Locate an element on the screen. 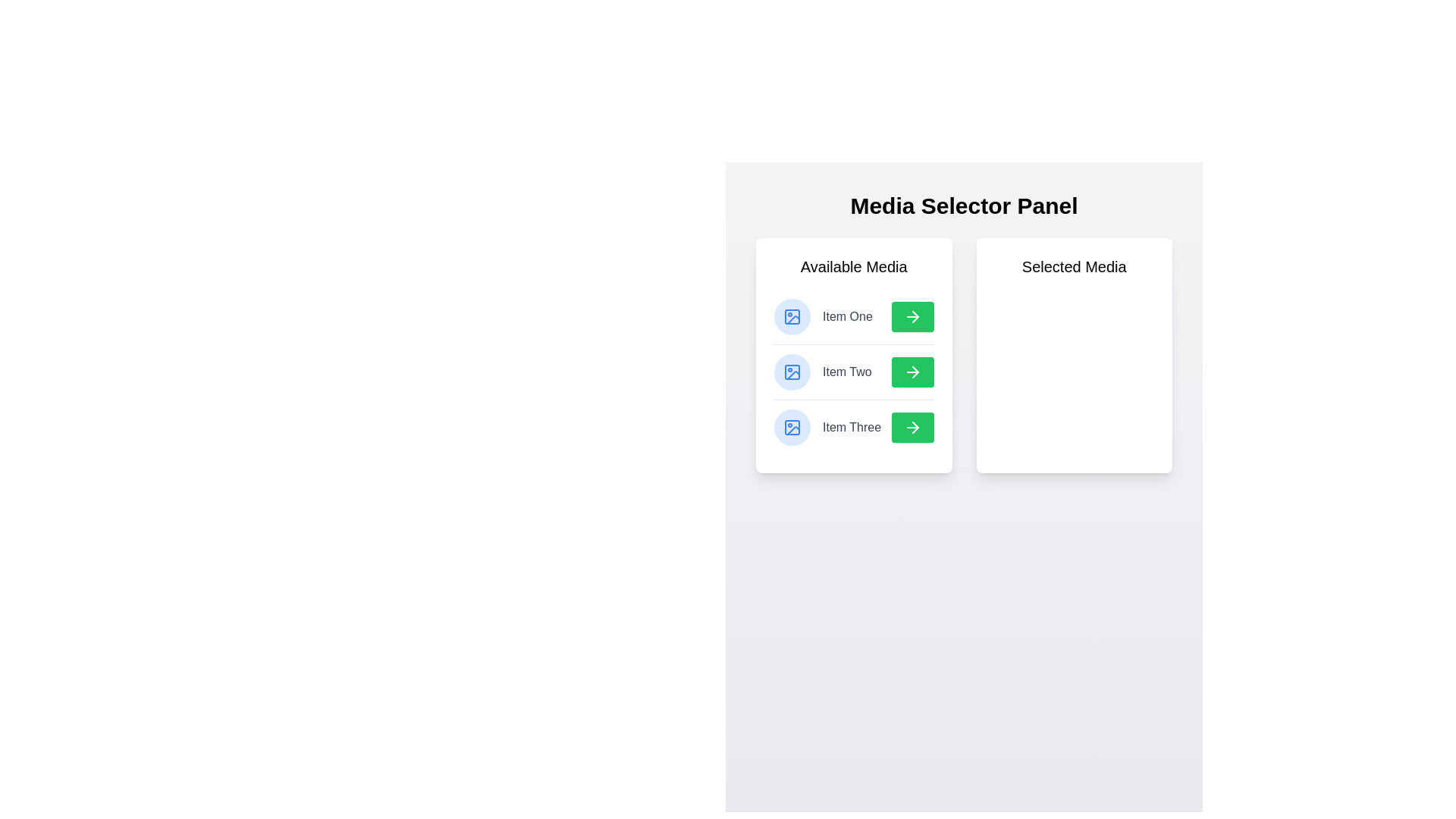 This screenshot has width=1456, height=819. text content of the first Text Label in the 'Available Media' section, which helps users identify the media item is located at coordinates (846, 315).